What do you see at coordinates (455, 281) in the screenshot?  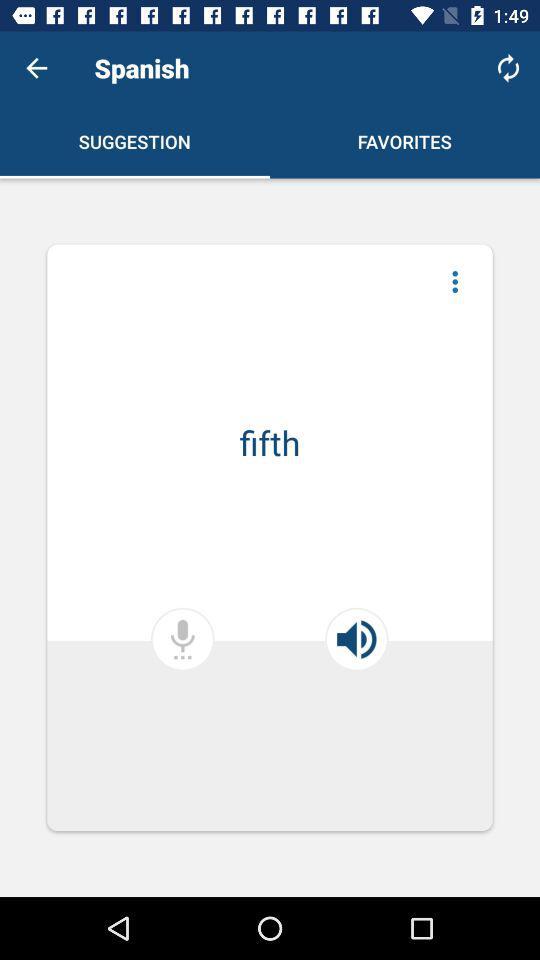 I see `three dots` at bounding box center [455, 281].